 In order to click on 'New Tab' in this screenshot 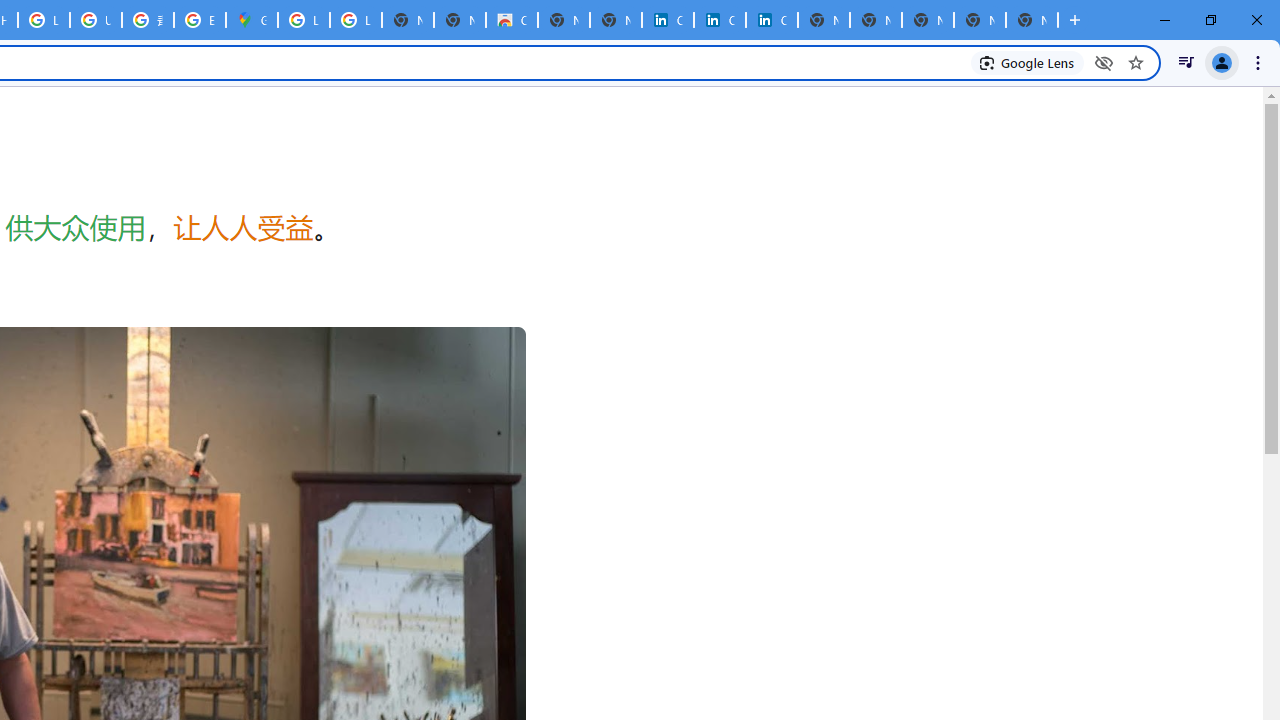, I will do `click(1032, 20)`.